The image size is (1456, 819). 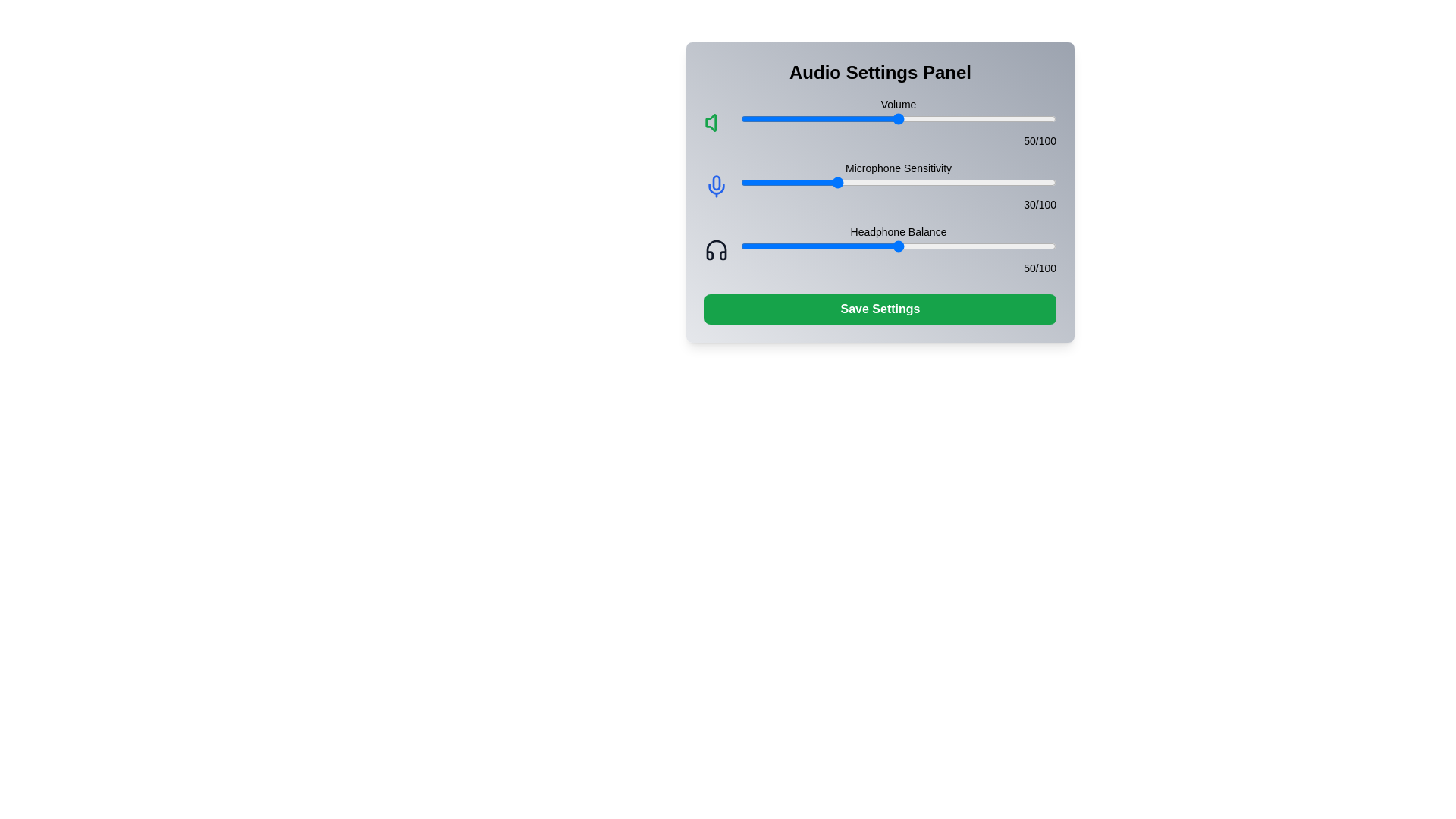 I want to click on headphone balance, so click(x=867, y=245).